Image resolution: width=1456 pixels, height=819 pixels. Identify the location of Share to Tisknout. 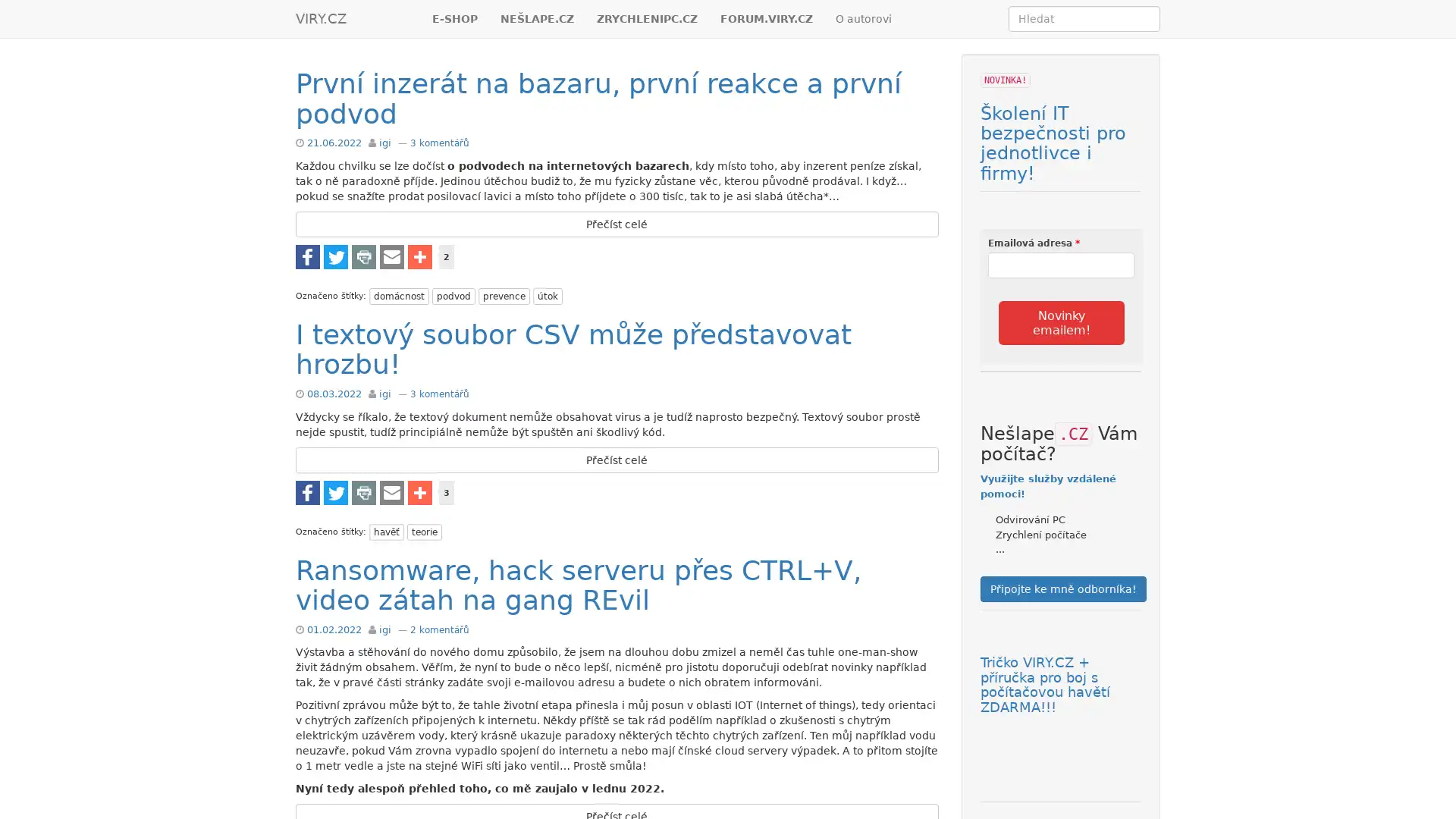
(364, 491).